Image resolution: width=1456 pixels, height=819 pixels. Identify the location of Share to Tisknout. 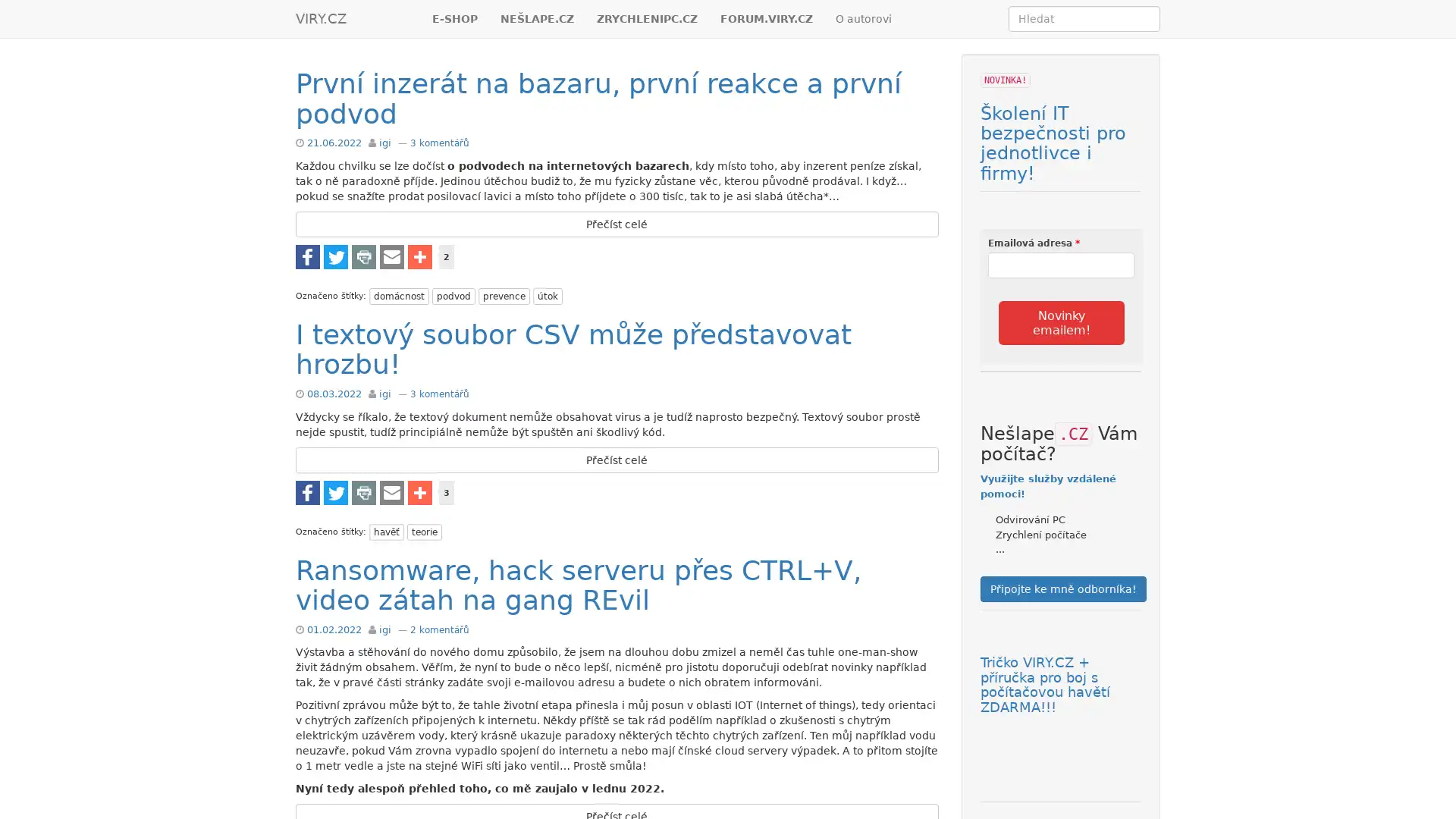
(364, 491).